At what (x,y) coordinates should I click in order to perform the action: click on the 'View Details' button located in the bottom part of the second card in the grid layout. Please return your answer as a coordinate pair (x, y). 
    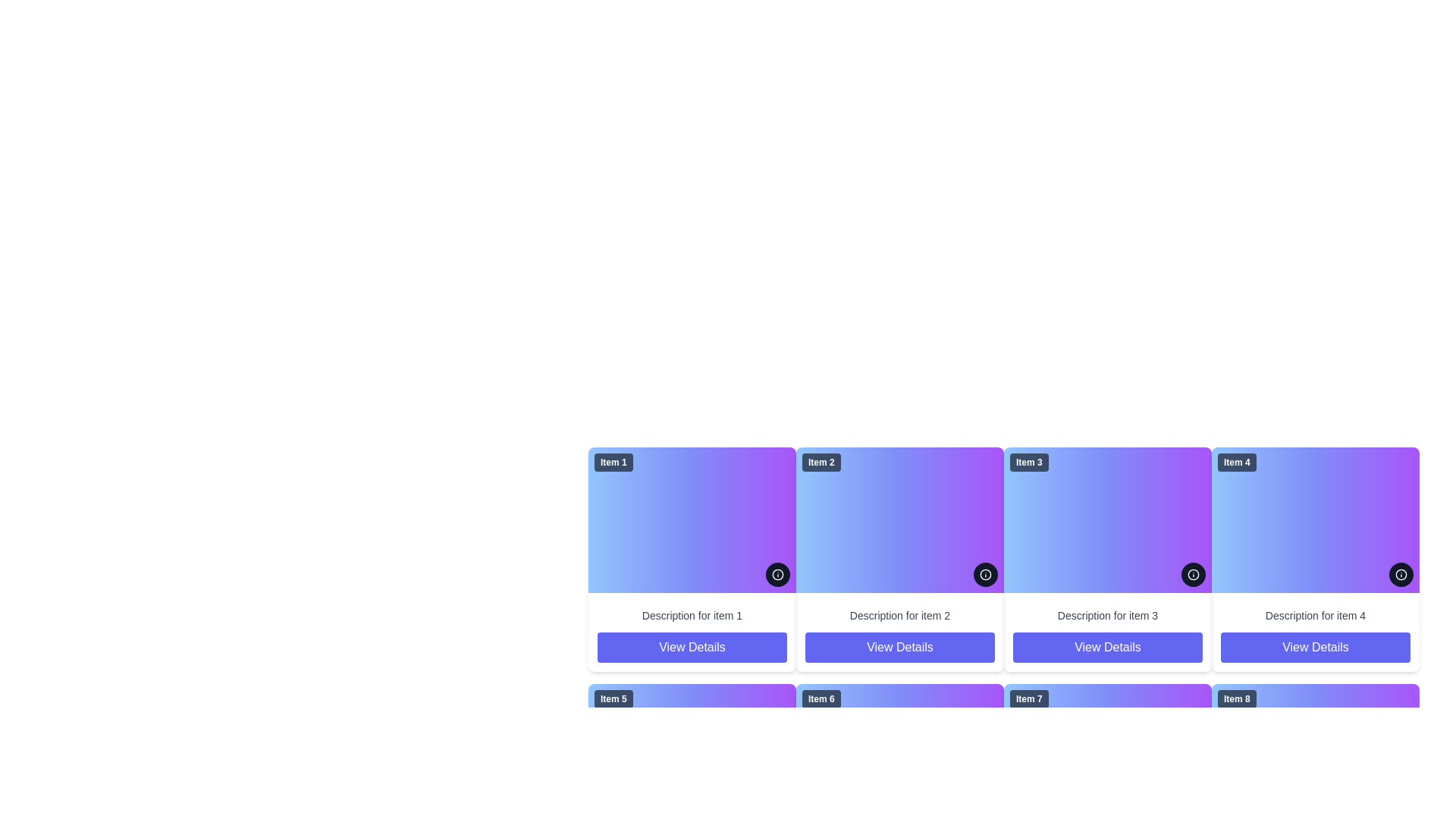
    Looking at the image, I should click on (899, 632).